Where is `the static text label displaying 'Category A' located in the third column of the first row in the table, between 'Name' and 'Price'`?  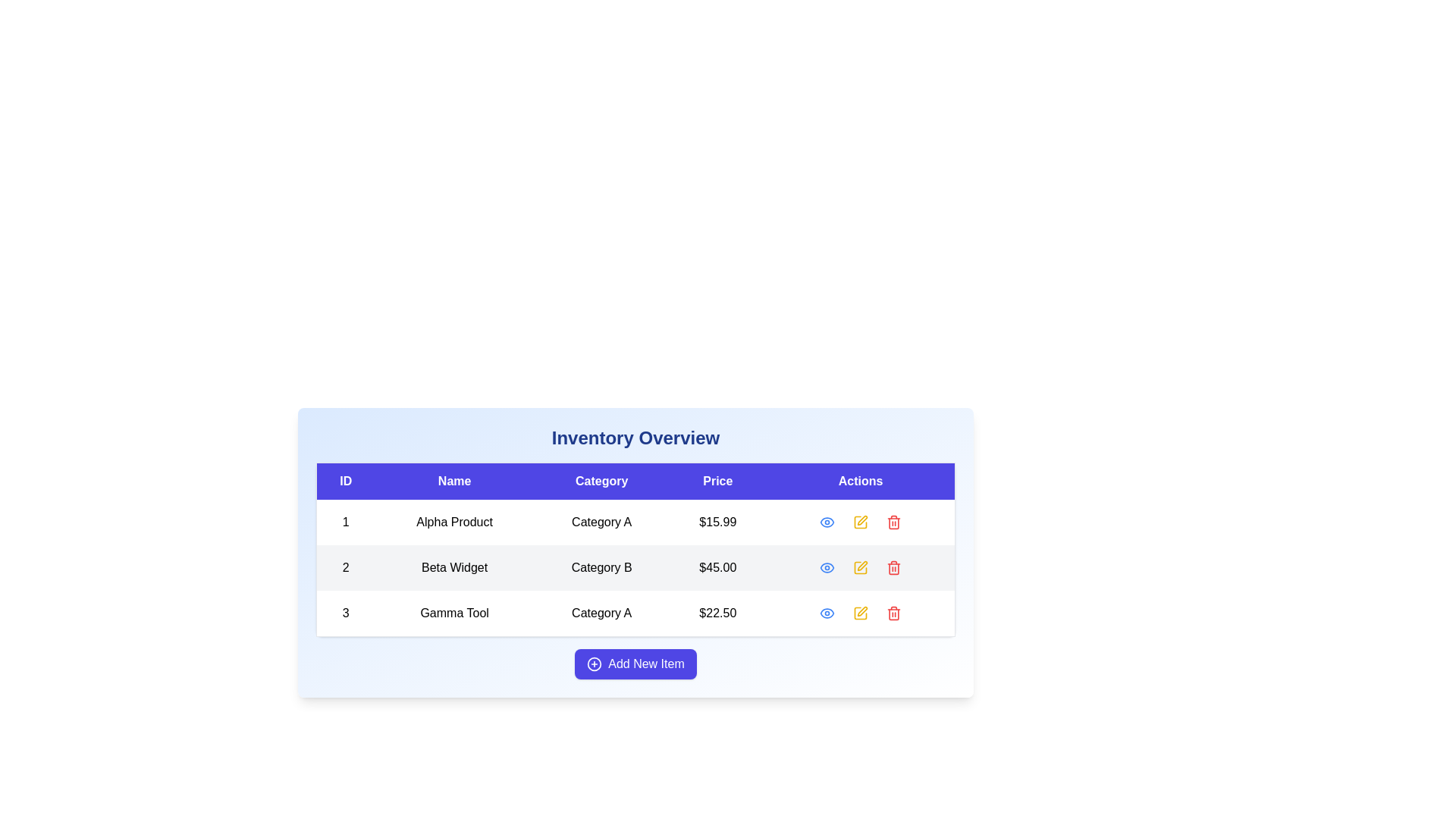 the static text label displaying 'Category A' located in the third column of the first row in the table, between 'Name' and 'Price' is located at coordinates (601, 522).